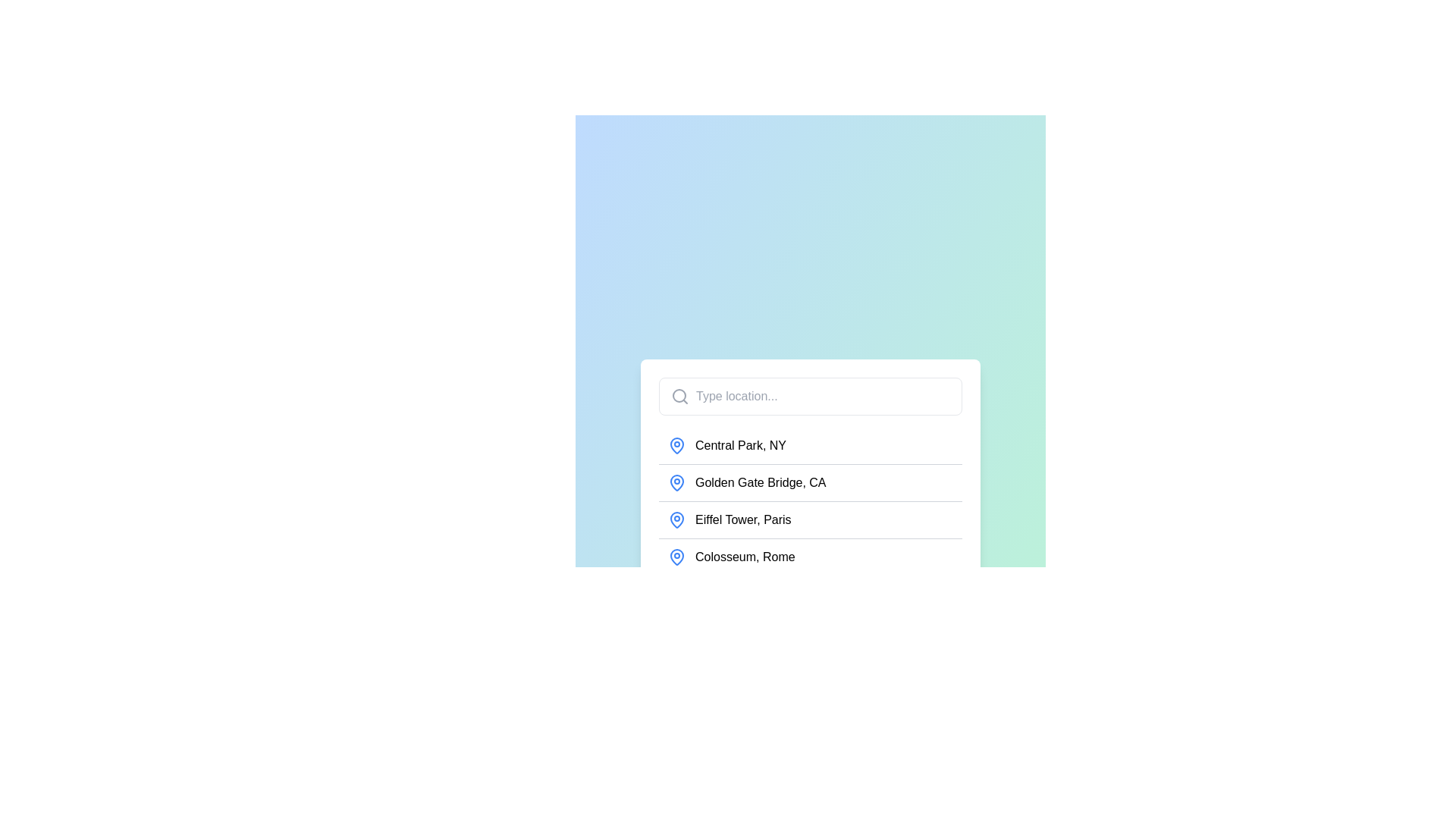 The image size is (1456, 819). What do you see at coordinates (810, 557) in the screenshot?
I see `the fourth selectable location option in the list, which represents 'Colosseum, Rome', positioned between 'Eiffel Tower, Paris' and 'Sydney Opera House, Sydney'` at bounding box center [810, 557].